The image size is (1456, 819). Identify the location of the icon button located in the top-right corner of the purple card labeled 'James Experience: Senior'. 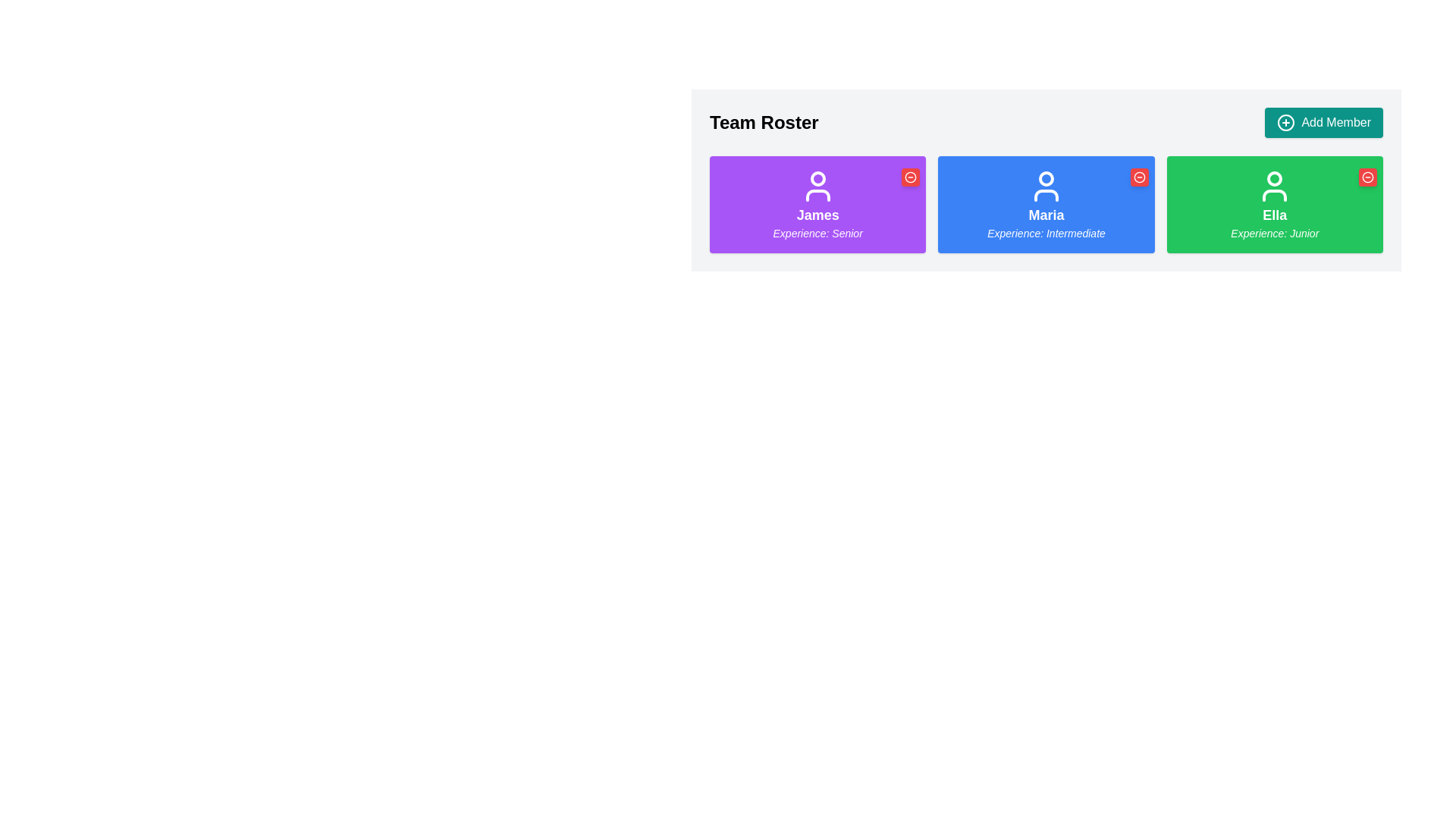
(910, 177).